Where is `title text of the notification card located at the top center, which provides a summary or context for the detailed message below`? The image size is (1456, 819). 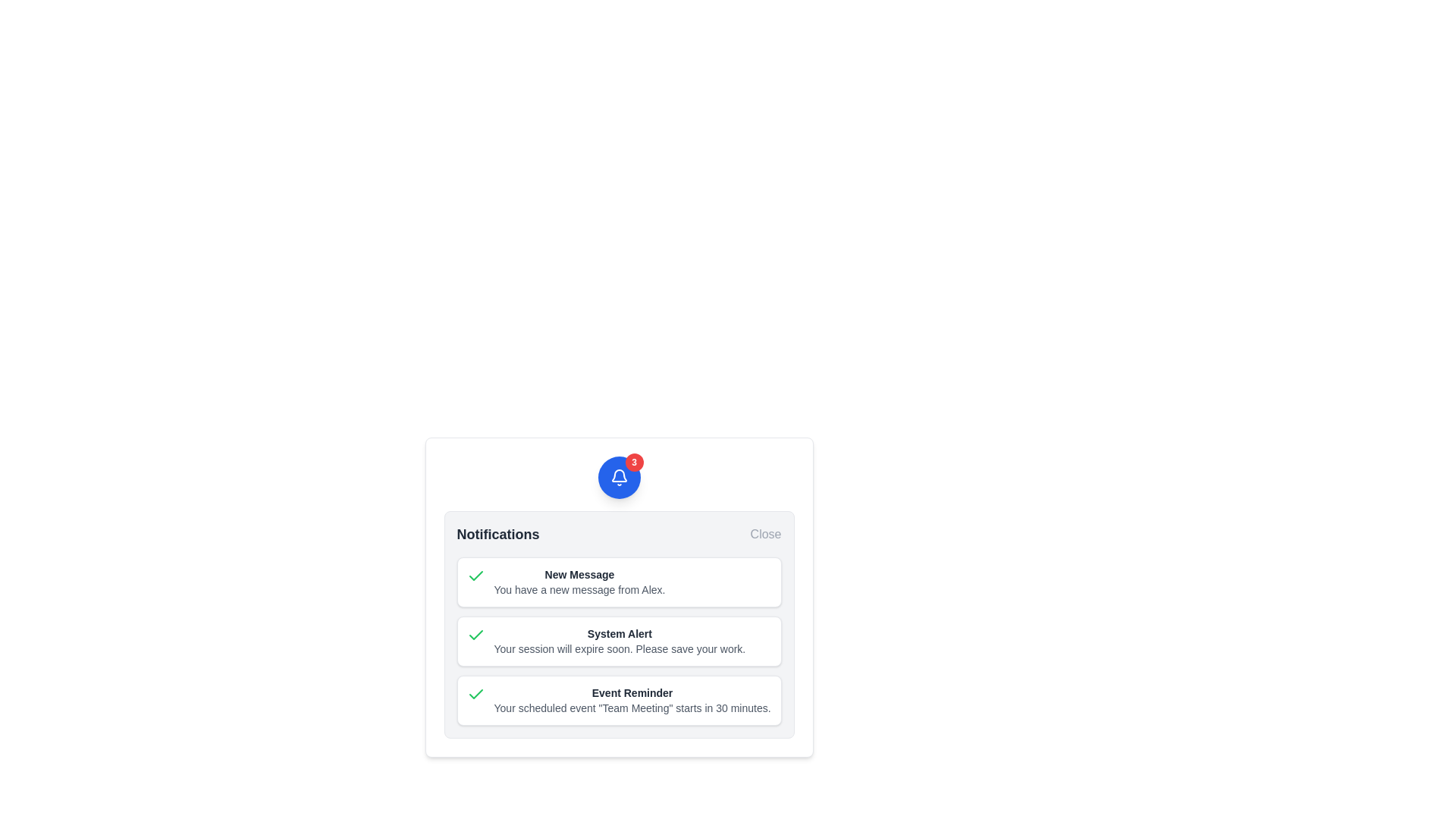
title text of the notification card located at the top center, which provides a summary or context for the detailed message below is located at coordinates (620, 634).